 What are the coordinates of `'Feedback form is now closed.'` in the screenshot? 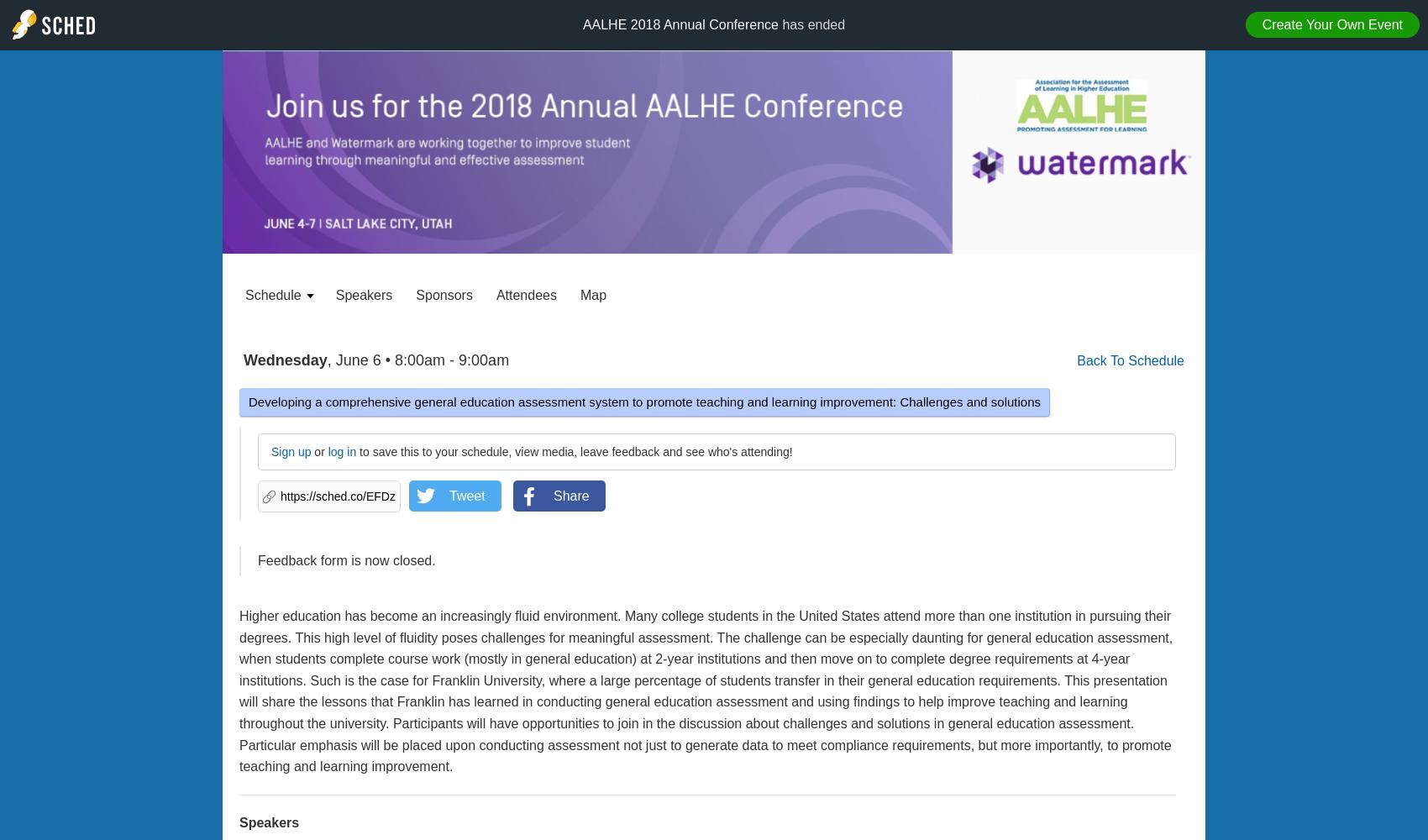 It's located at (345, 560).